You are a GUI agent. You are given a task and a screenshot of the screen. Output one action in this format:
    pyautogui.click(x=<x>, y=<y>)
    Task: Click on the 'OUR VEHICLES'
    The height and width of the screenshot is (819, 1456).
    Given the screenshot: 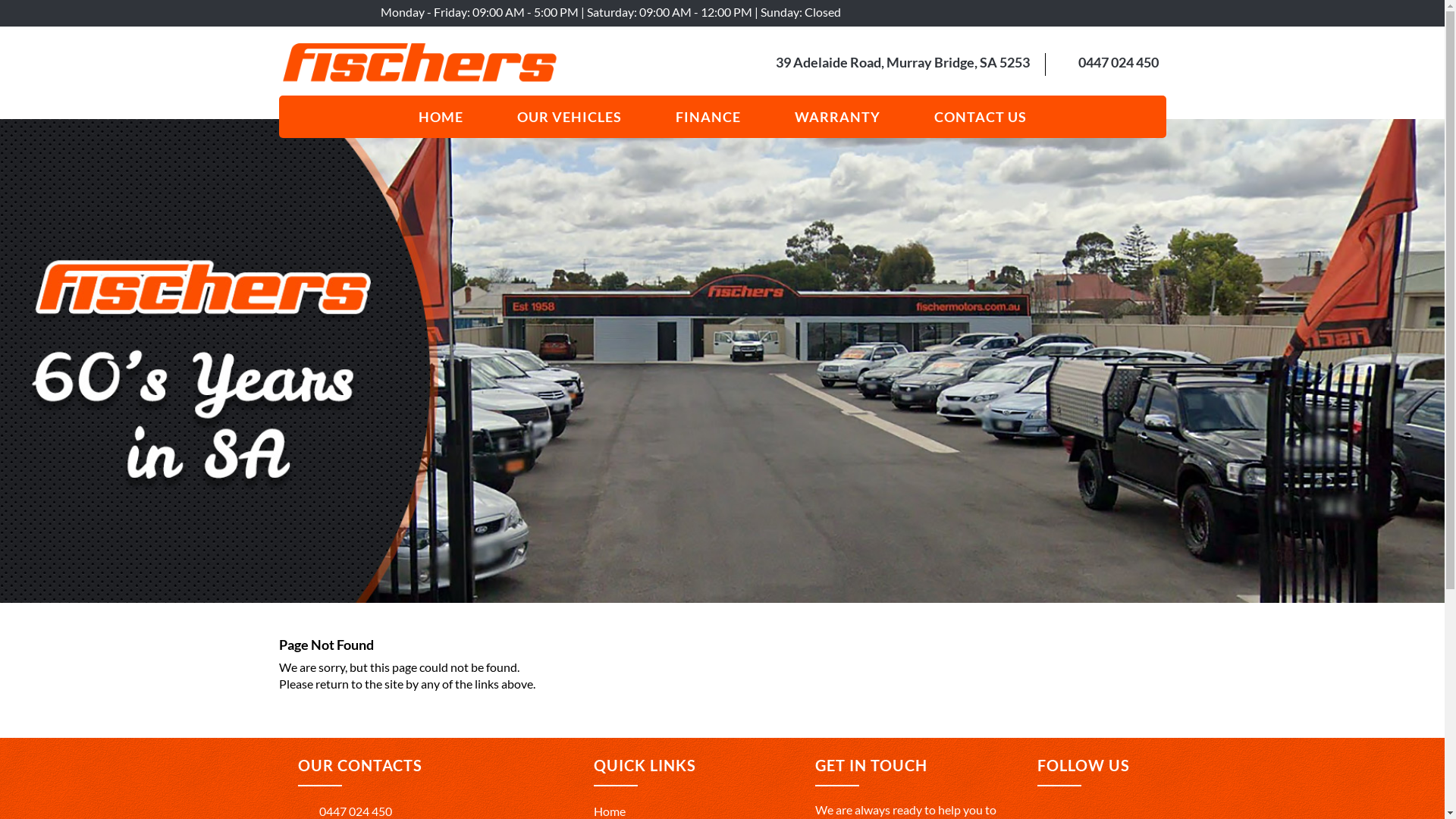 What is the action you would take?
    pyautogui.click(x=568, y=116)
    